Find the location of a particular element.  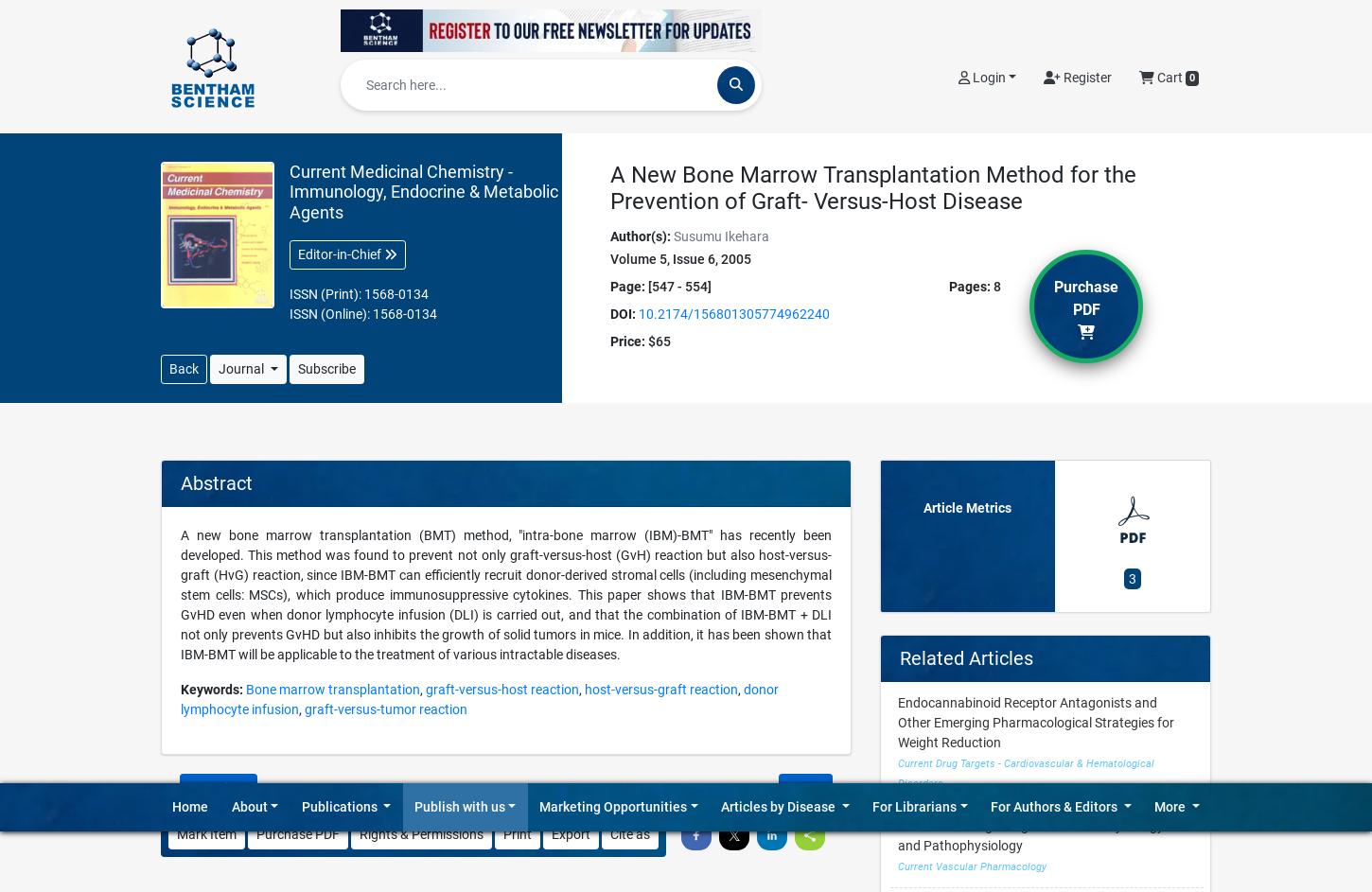

'Le-Qing Cao et al.,' is located at coordinates (554, 298).